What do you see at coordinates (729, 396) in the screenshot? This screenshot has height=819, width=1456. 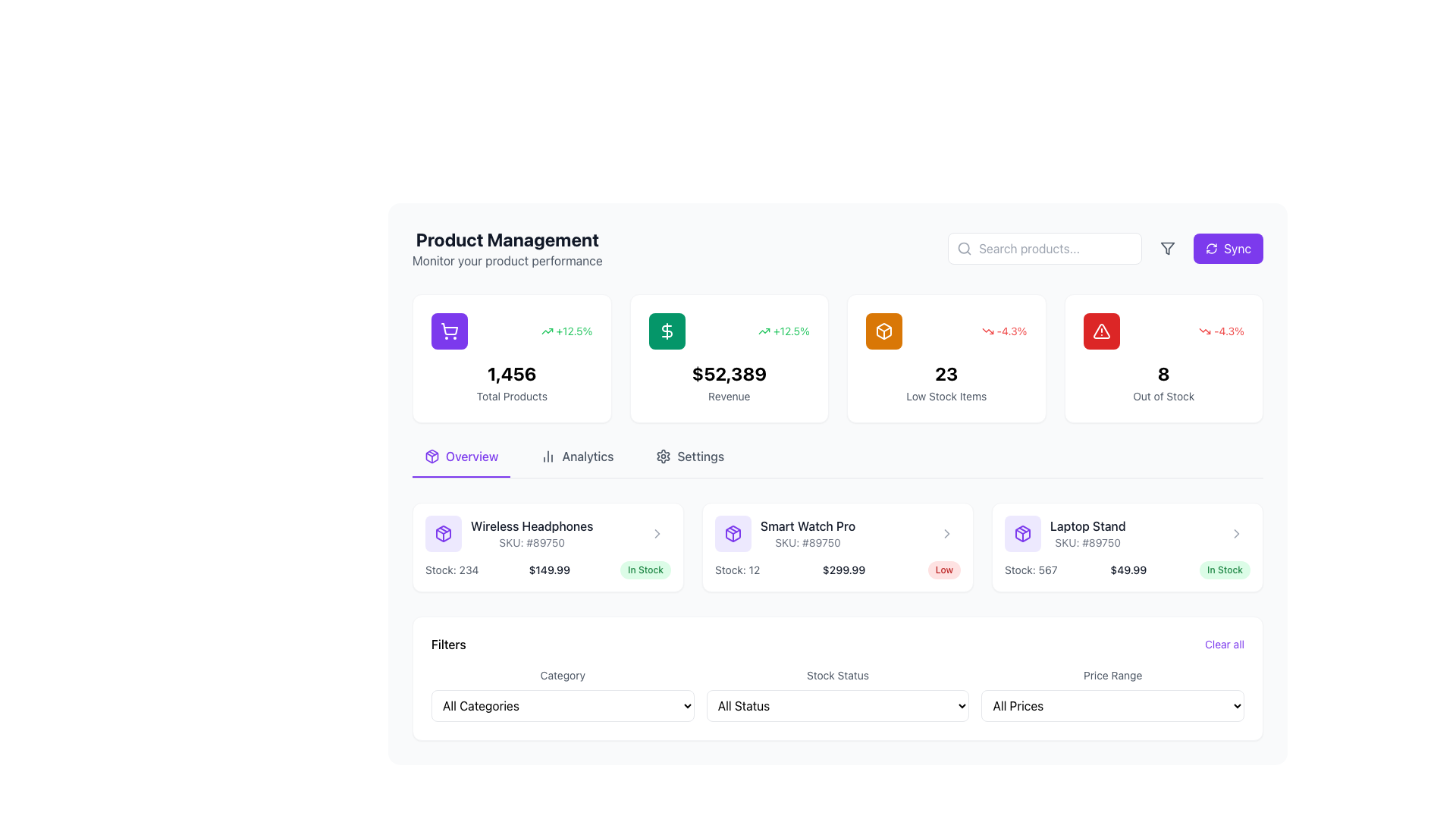 I see `text label indicating the meaning of the revenue value '$52,389', which is located underneath it in the dashboard's second card from the left` at bounding box center [729, 396].